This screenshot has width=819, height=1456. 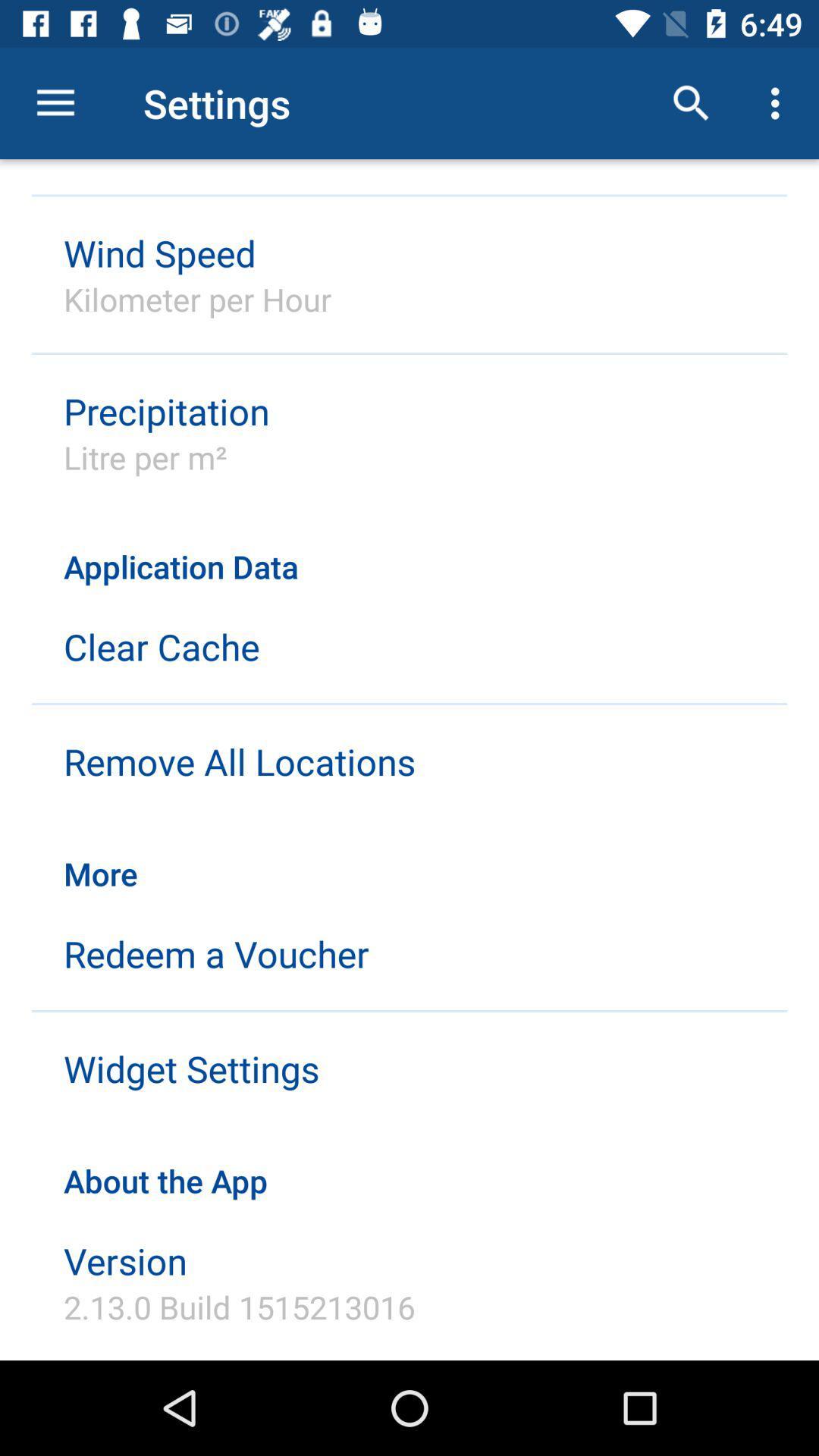 I want to click on the icon above application data item, so click(x=691, y=102).